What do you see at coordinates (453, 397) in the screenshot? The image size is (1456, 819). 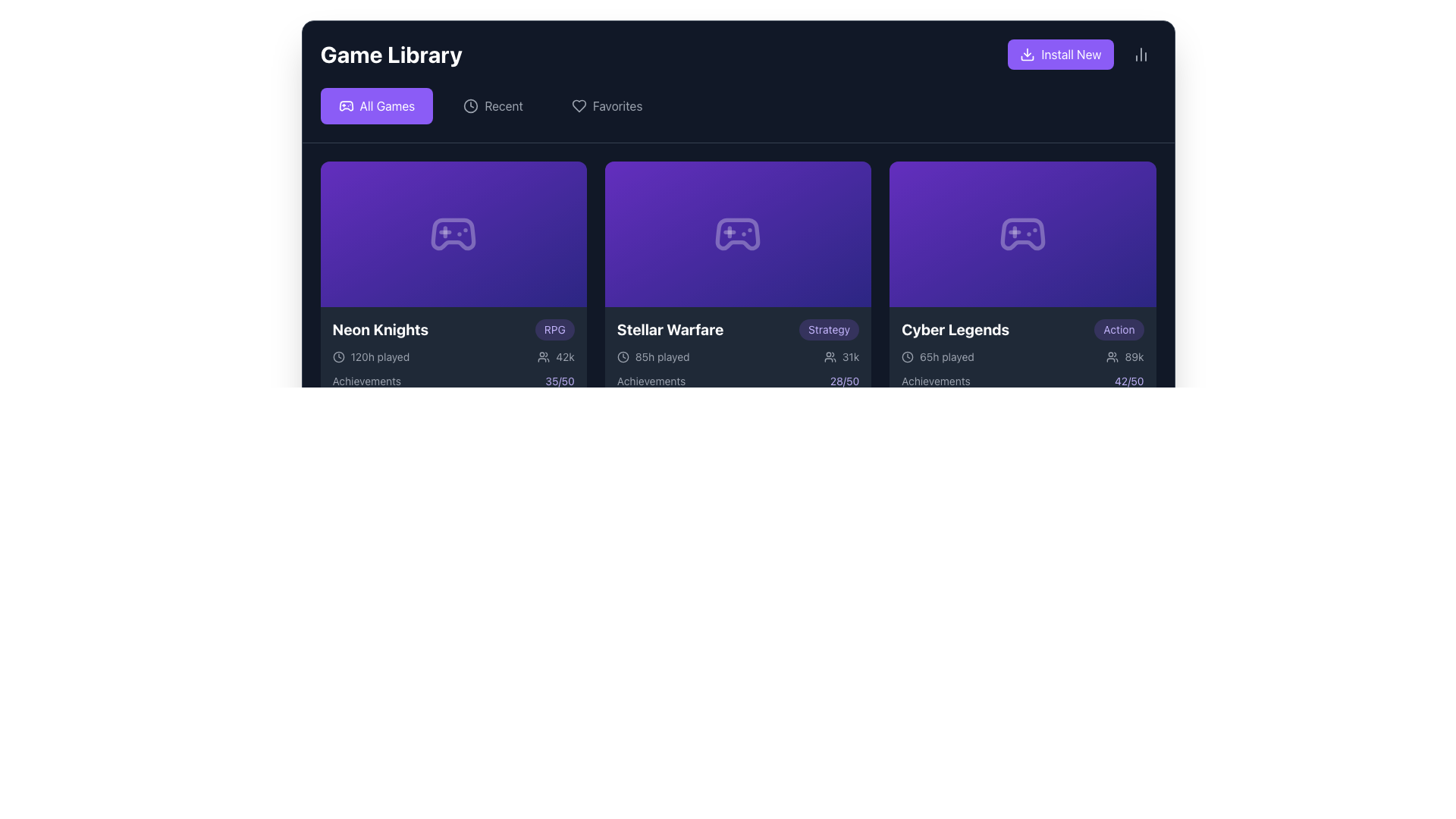 I see `the progress bar located in the lower portion of the 'Neon Knights' card` at bounding box center [453, 397].